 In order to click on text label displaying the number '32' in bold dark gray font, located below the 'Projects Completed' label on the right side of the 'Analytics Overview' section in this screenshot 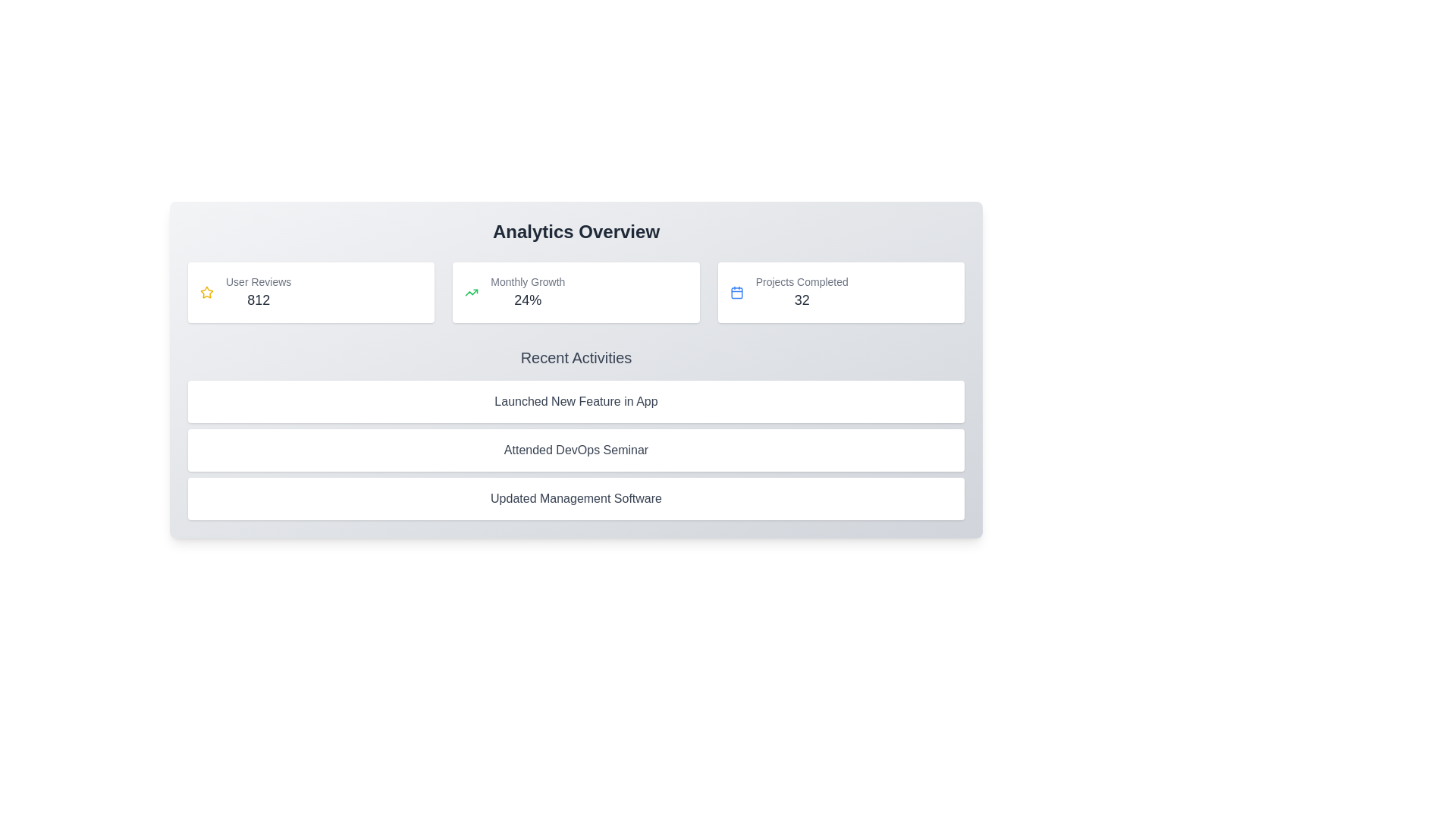, I will do `click(801, 300)`.